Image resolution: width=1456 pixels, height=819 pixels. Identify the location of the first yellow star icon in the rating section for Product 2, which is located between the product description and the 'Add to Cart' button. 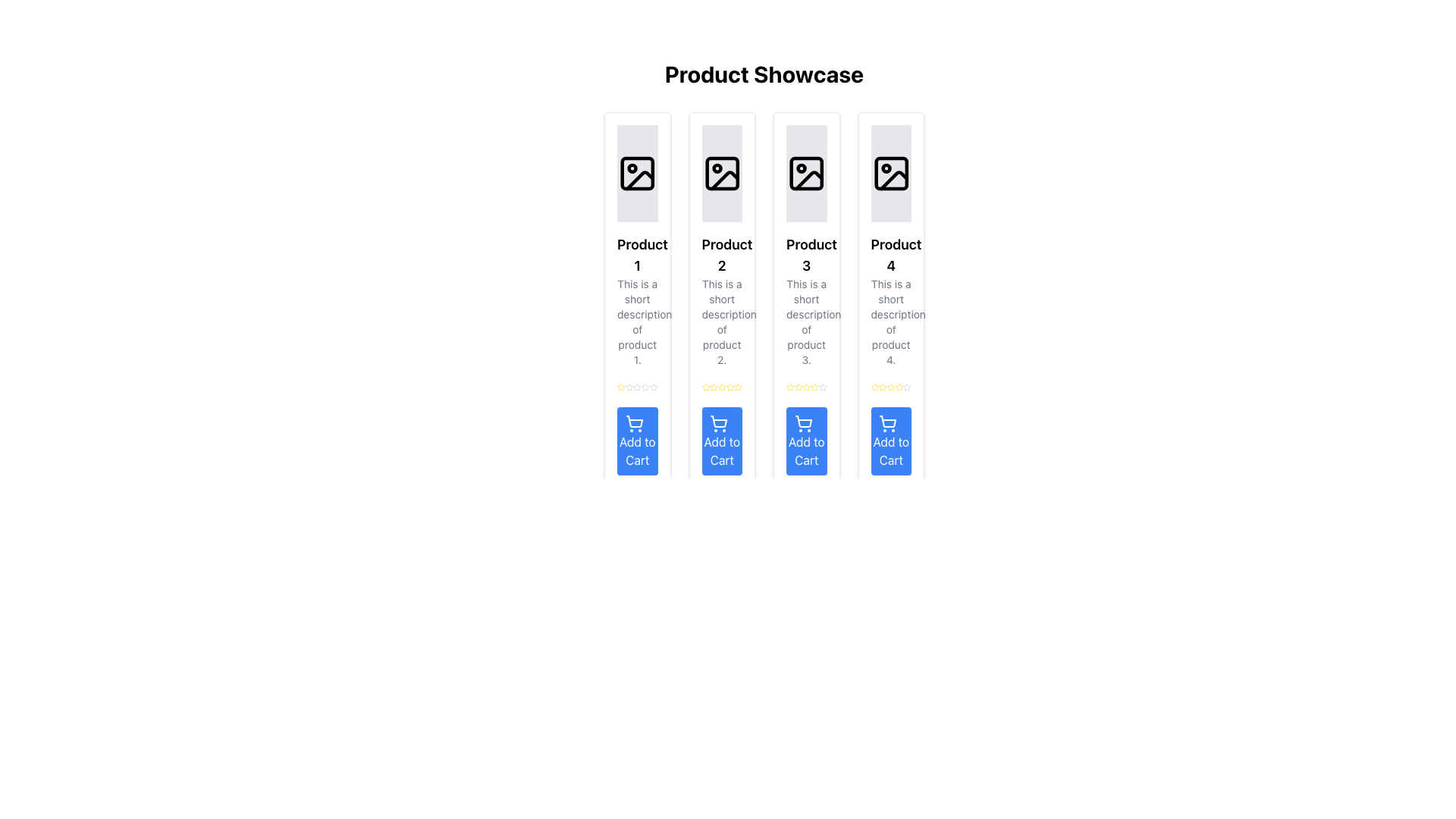
(730, 386).